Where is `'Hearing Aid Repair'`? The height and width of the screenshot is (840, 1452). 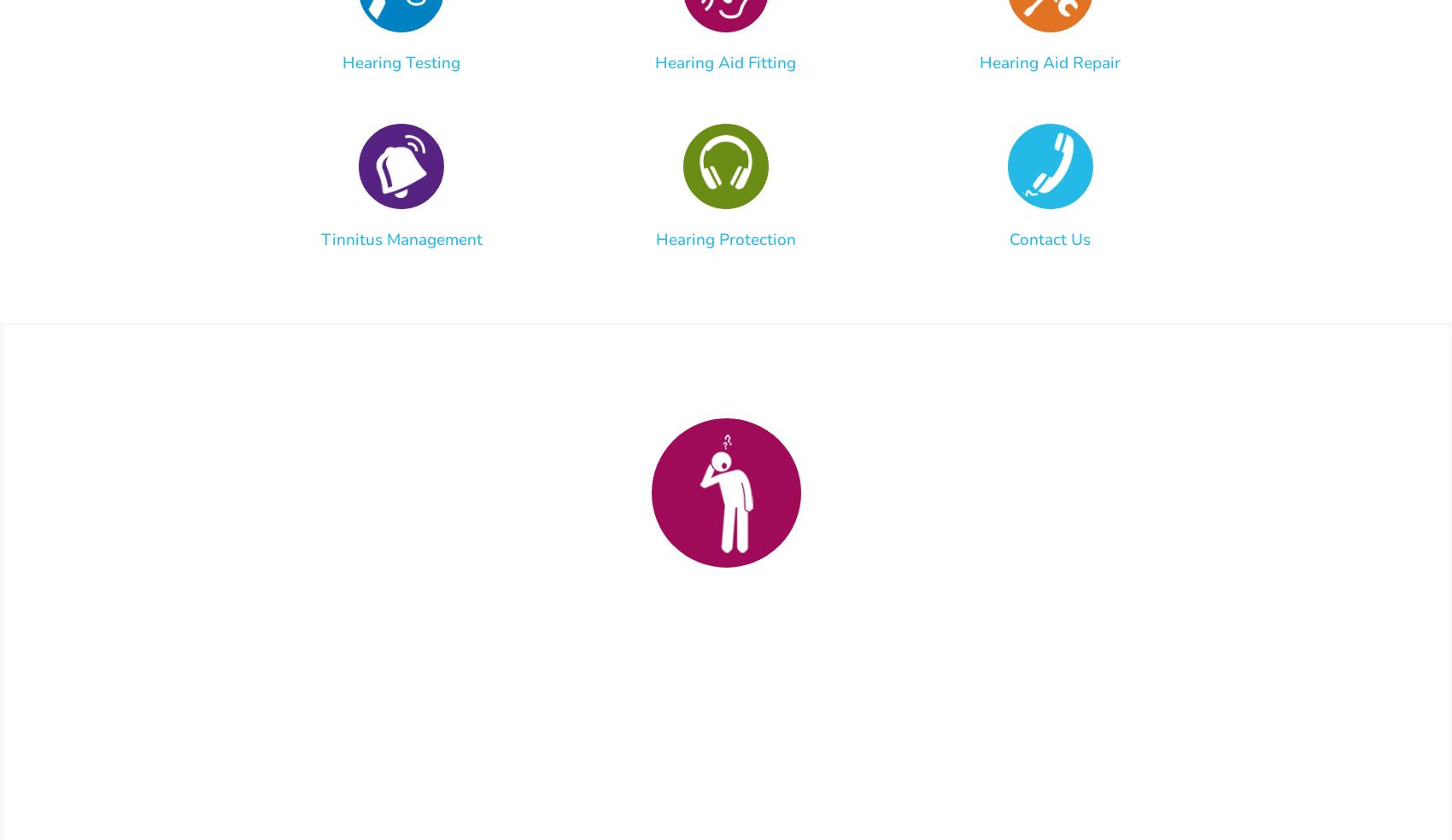 'Hearing Aid Repair' is located at coordinates (1049, 61).